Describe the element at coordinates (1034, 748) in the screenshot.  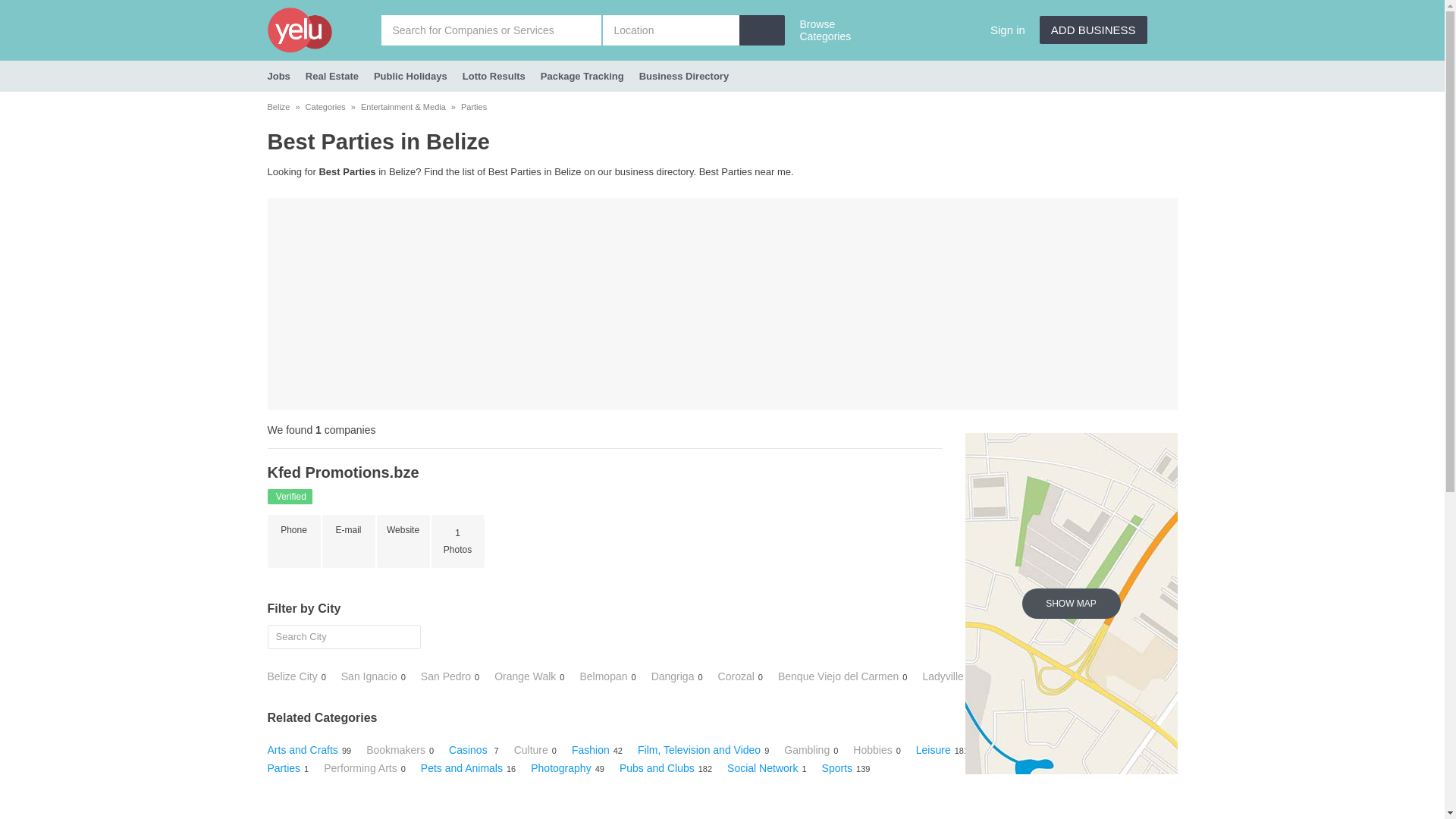
I see `'Lifestyle Management'` at that location.